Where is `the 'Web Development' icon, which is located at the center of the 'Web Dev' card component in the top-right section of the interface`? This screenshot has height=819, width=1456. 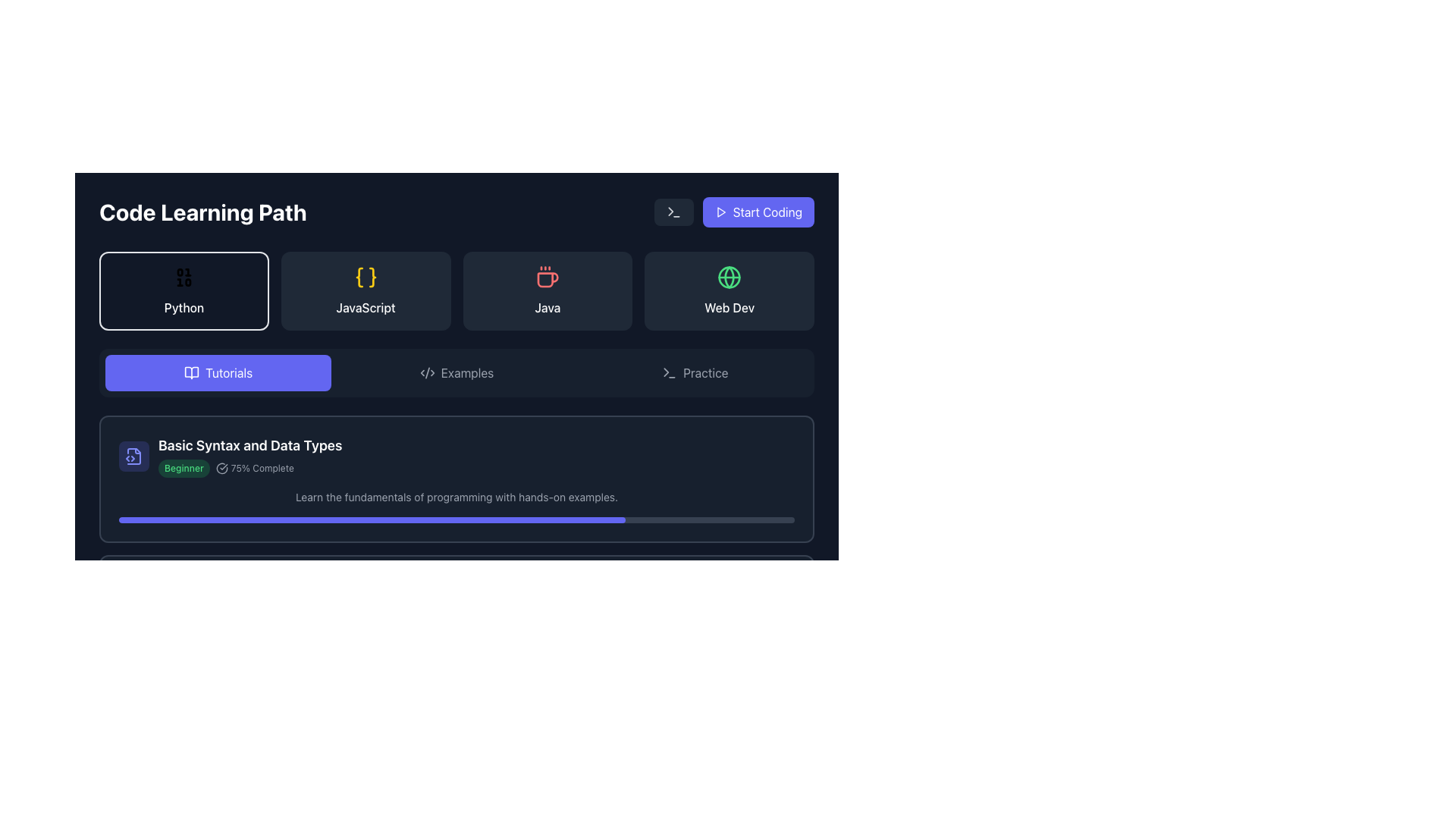
the 'Web Development' icon, which is located at the center of the 'Web Dev' card component in the top-right section of the interface is located at coordinates (730, 278).